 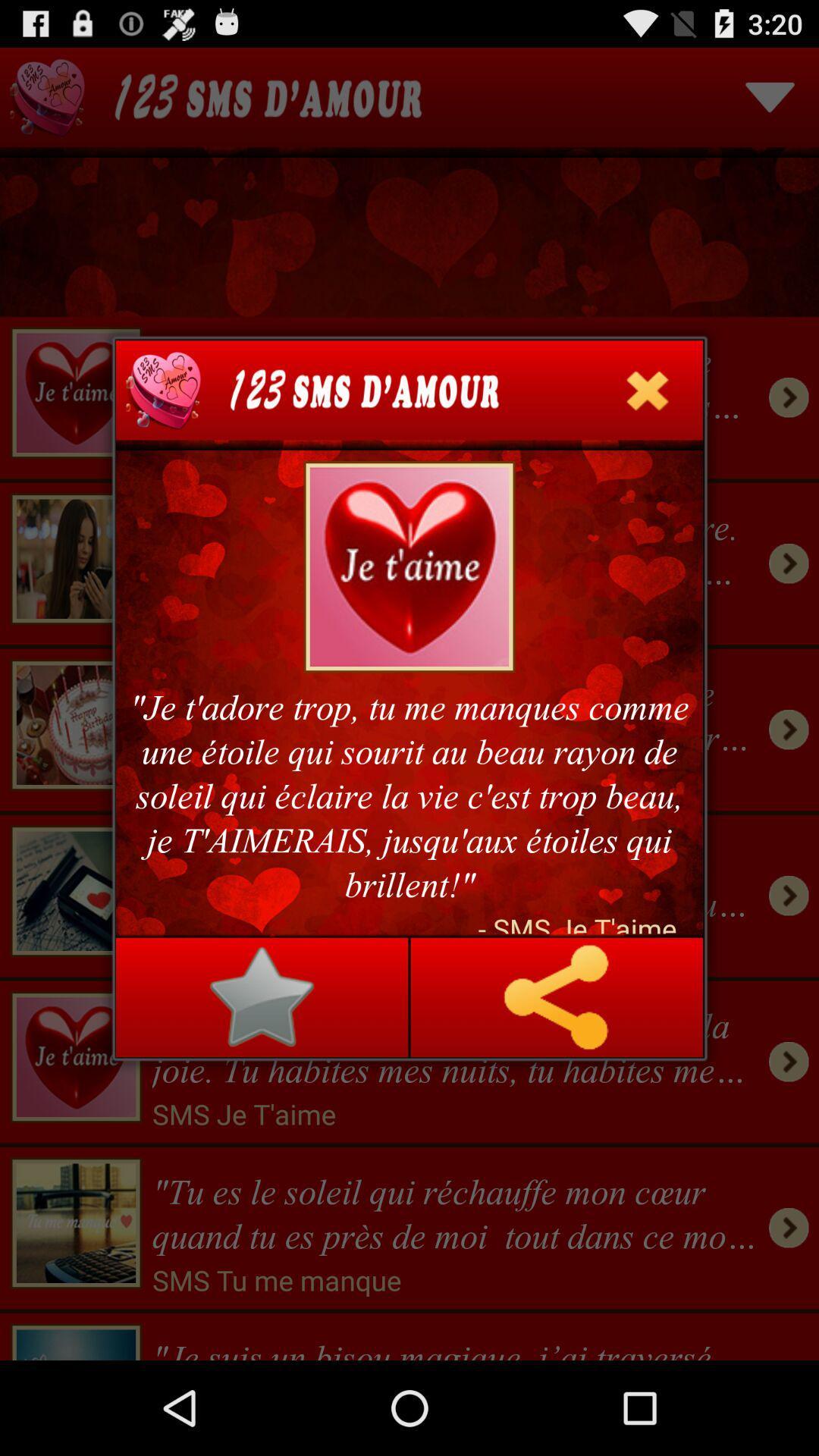 What do you see at coordinates (647, 390) in the screenshot?
I see `the item at the top right corner` at bounding box center [647, 390].